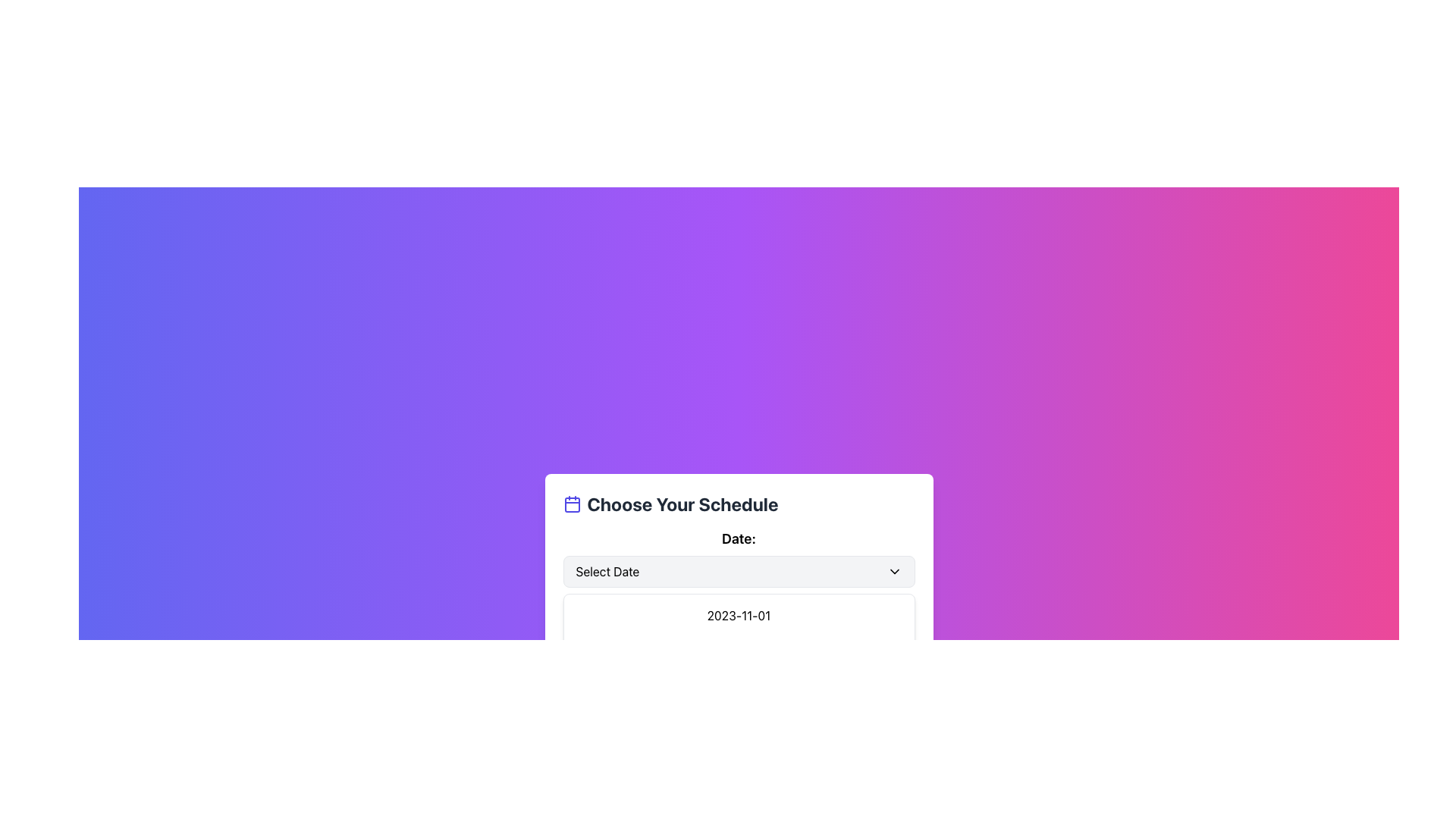 This screenshot has height=819, width=1456. I want to click on a date from the dropdown menu labeled 'Date:' located within the 'Choose Your Schedule' card, which is centrally aligned and positioned above the 'Time:' dropdown, so click(739, 558).